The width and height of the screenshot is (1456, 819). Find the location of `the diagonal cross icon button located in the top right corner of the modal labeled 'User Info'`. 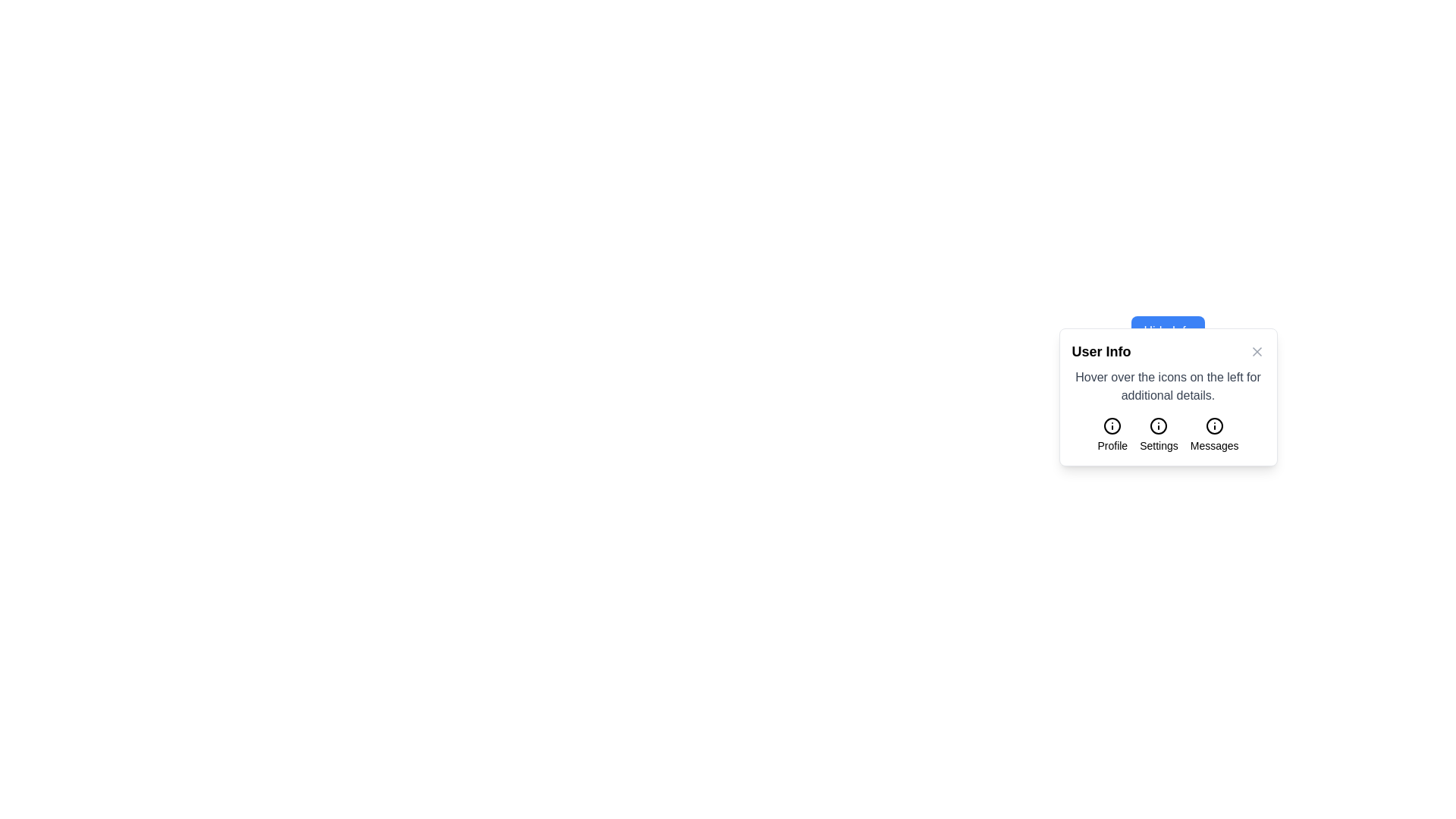

the diagonal cross icon button located in the top right corner of the modal labeled 'User Info' is located at coordinates (1257, 351).